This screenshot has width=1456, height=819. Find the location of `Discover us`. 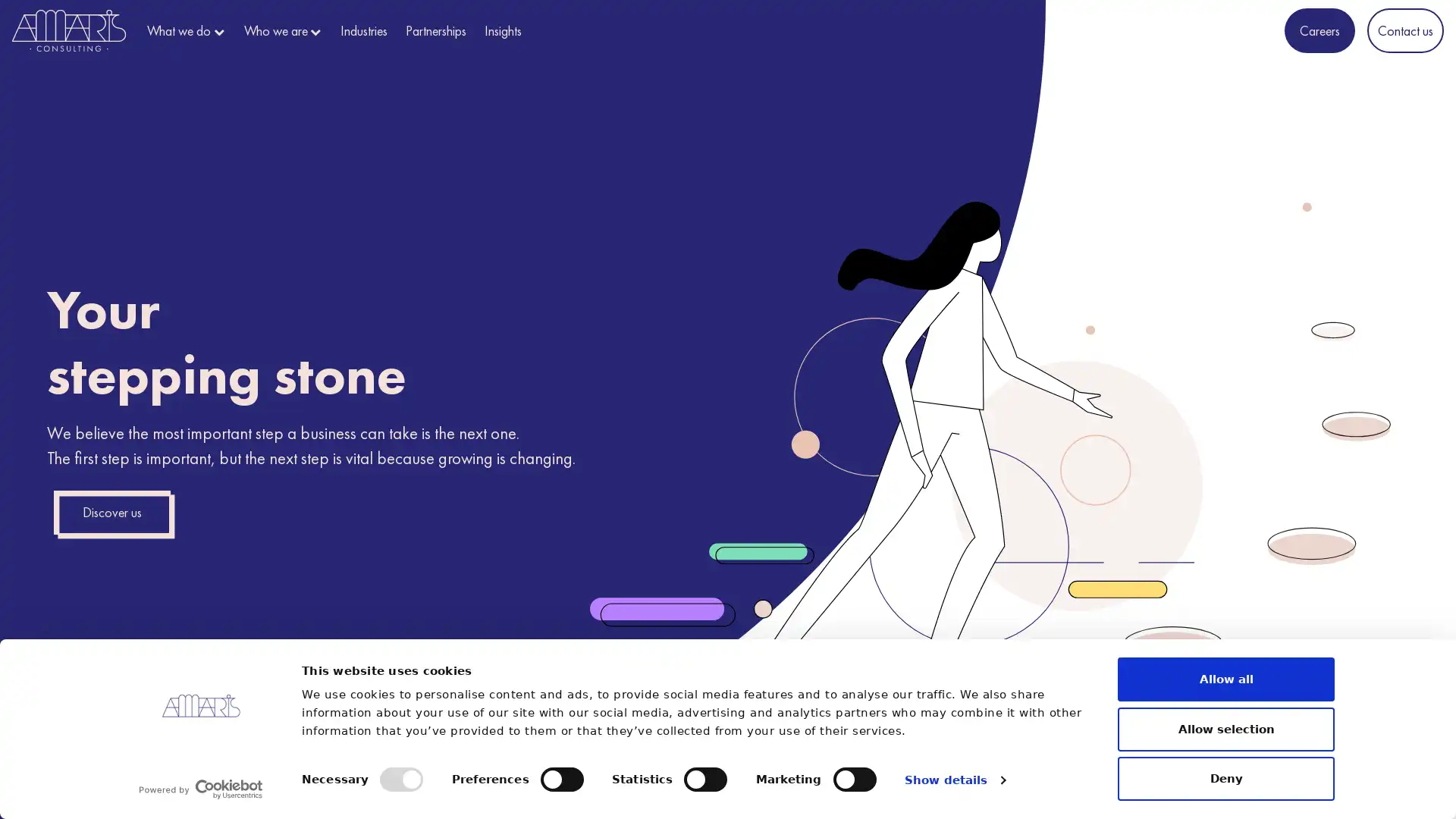

Discover us is located at coordinates (111, 512).